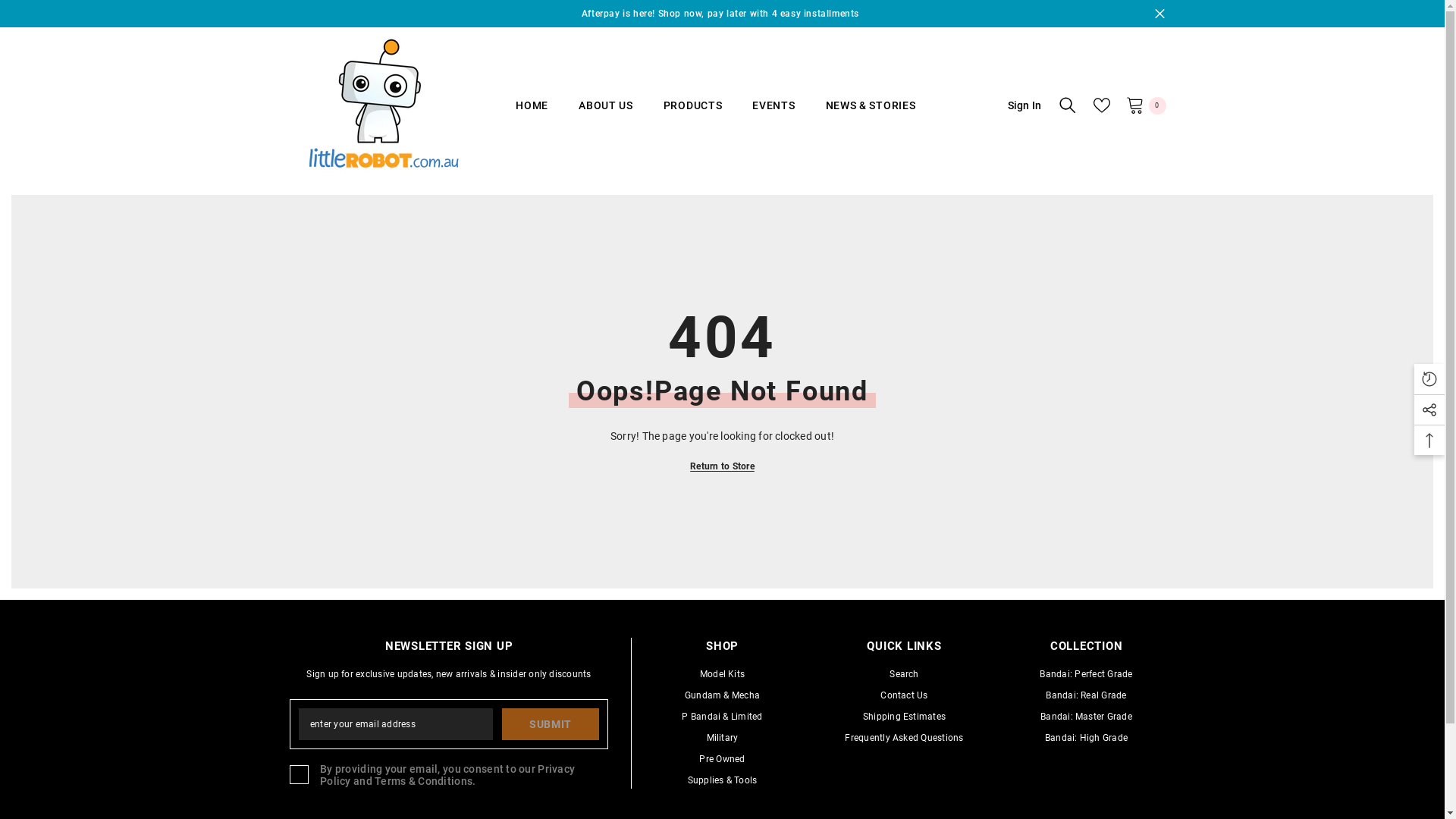 This screenshot has width=1456, height=819. Describe the element at coordinates (549, 723) in the screenshot. I see `'SUBMIT'` at that location.